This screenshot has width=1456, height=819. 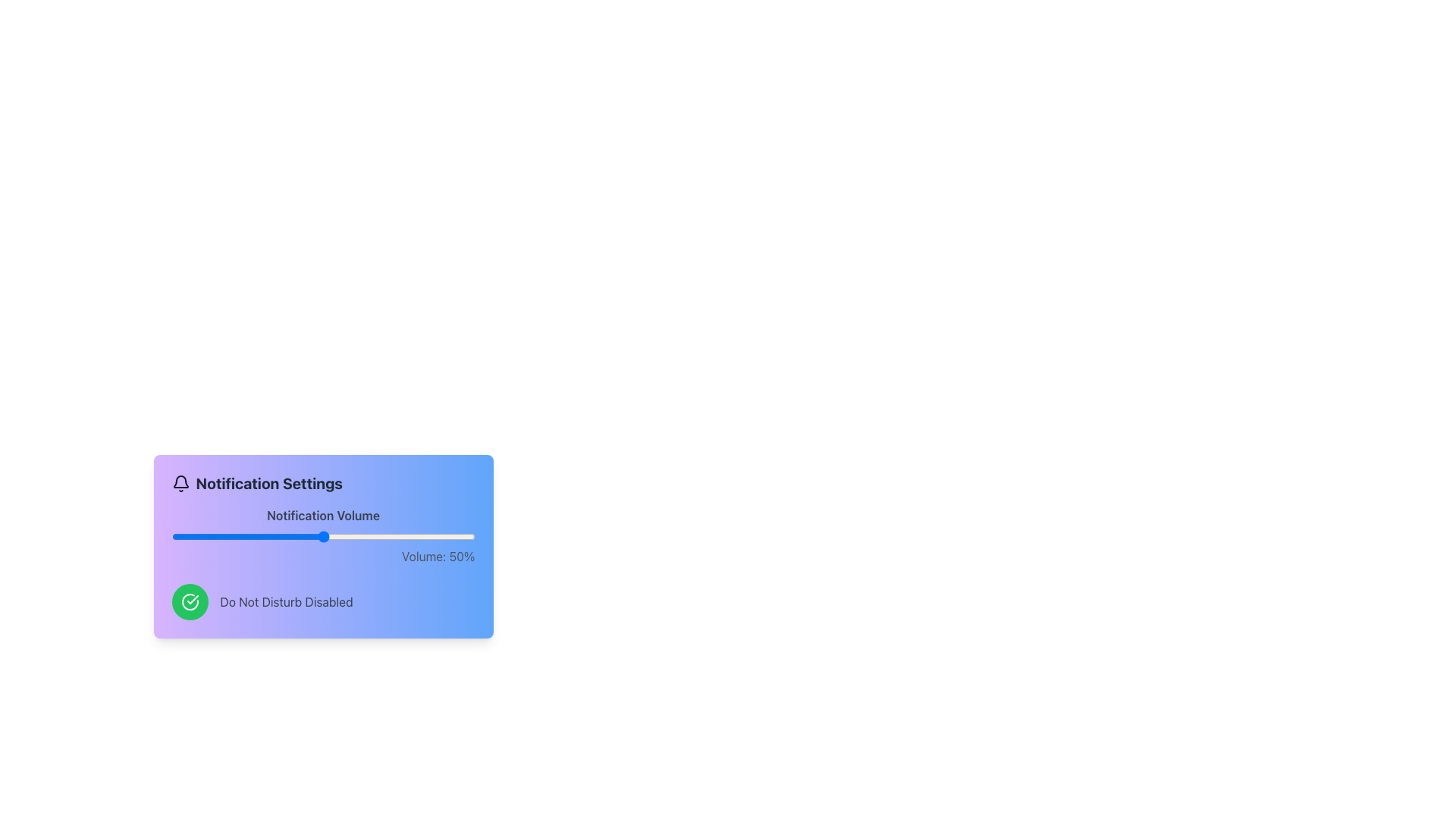 What do you see at coordinates (284, 536) in the screenshot?
I see `the notification volume` at bounding box center [284, 536].